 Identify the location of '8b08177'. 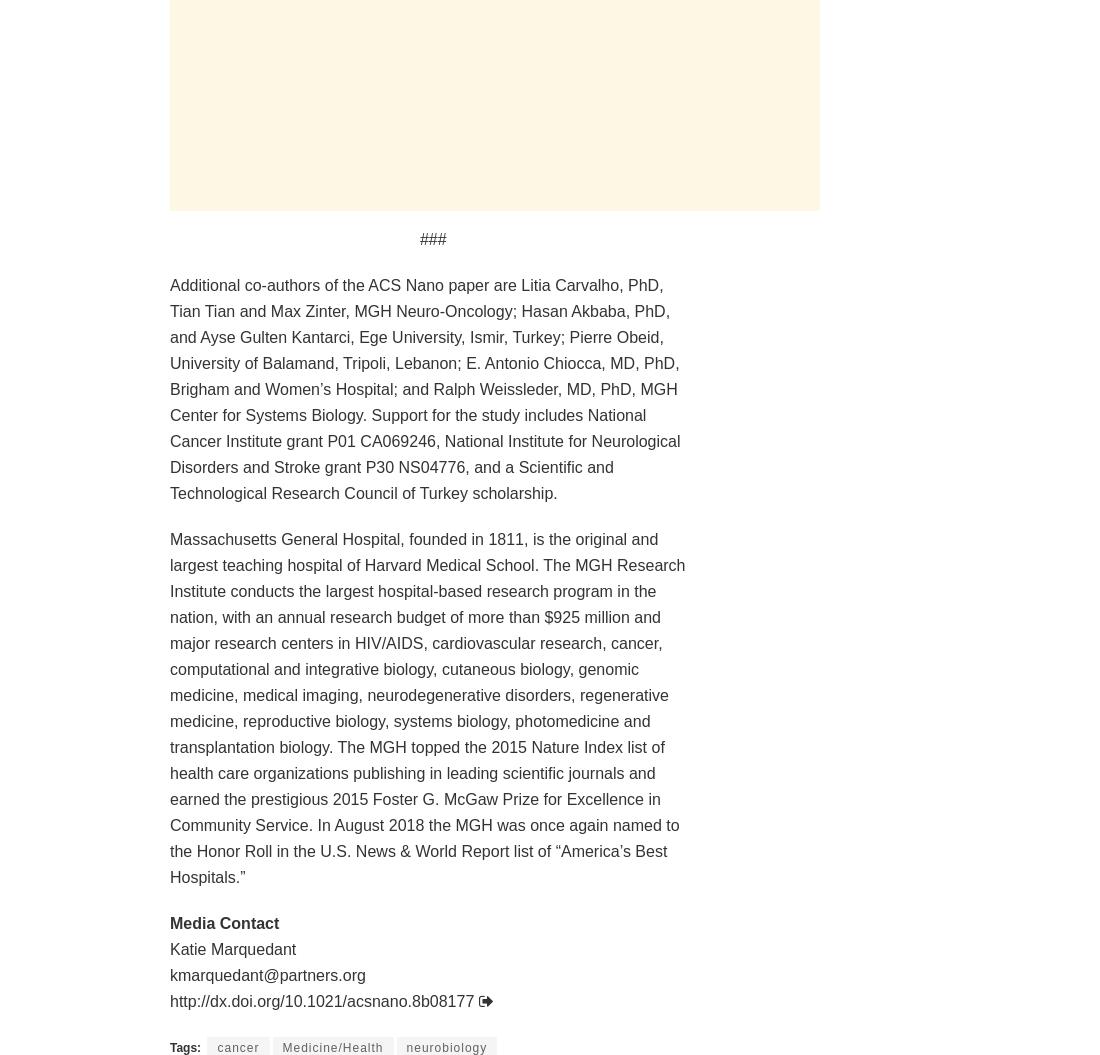
(443, 999).